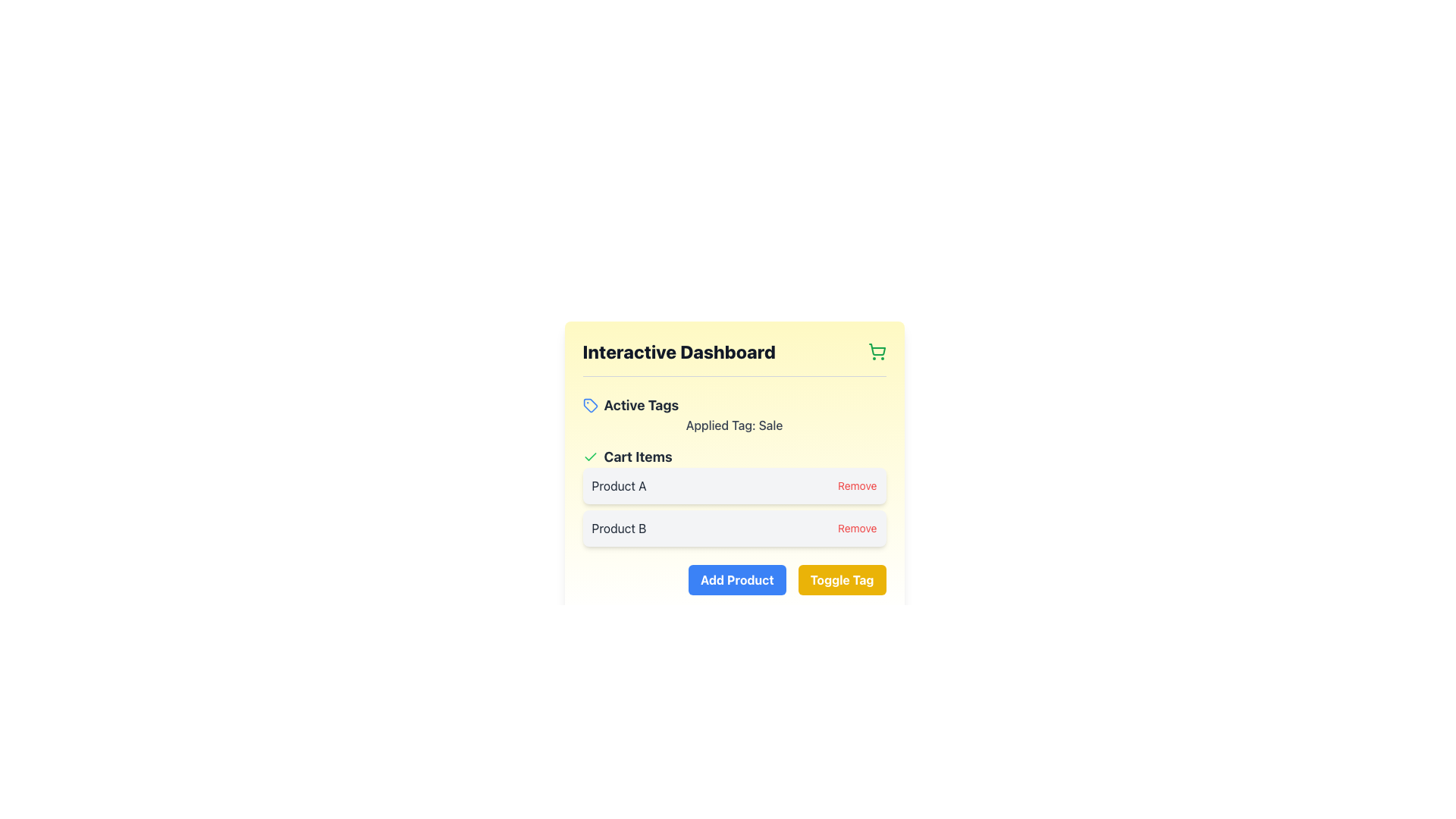 The width and height of the screenshot is (1456, 819). Describe the element at coordinates (734, 358) in the screenshot. I see `the 'Interactive Dashboard' header text with the green shopping cart icon by moving the cursor to its center point` at that location.